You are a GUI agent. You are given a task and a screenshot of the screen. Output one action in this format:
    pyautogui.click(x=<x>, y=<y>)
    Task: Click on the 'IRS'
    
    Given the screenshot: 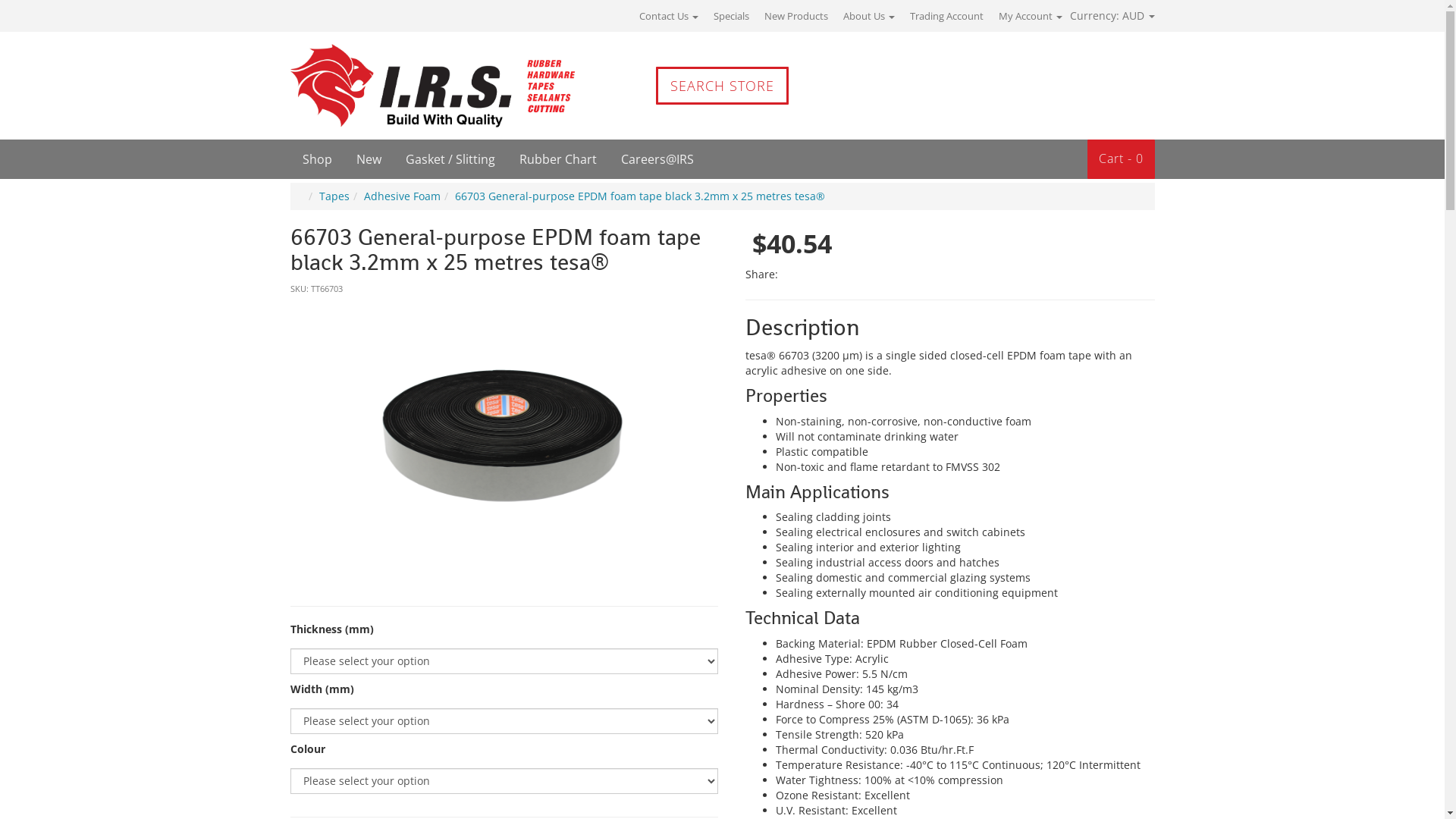 What is the action you would take?
    pyautogui.click(x=392, y=85)
    